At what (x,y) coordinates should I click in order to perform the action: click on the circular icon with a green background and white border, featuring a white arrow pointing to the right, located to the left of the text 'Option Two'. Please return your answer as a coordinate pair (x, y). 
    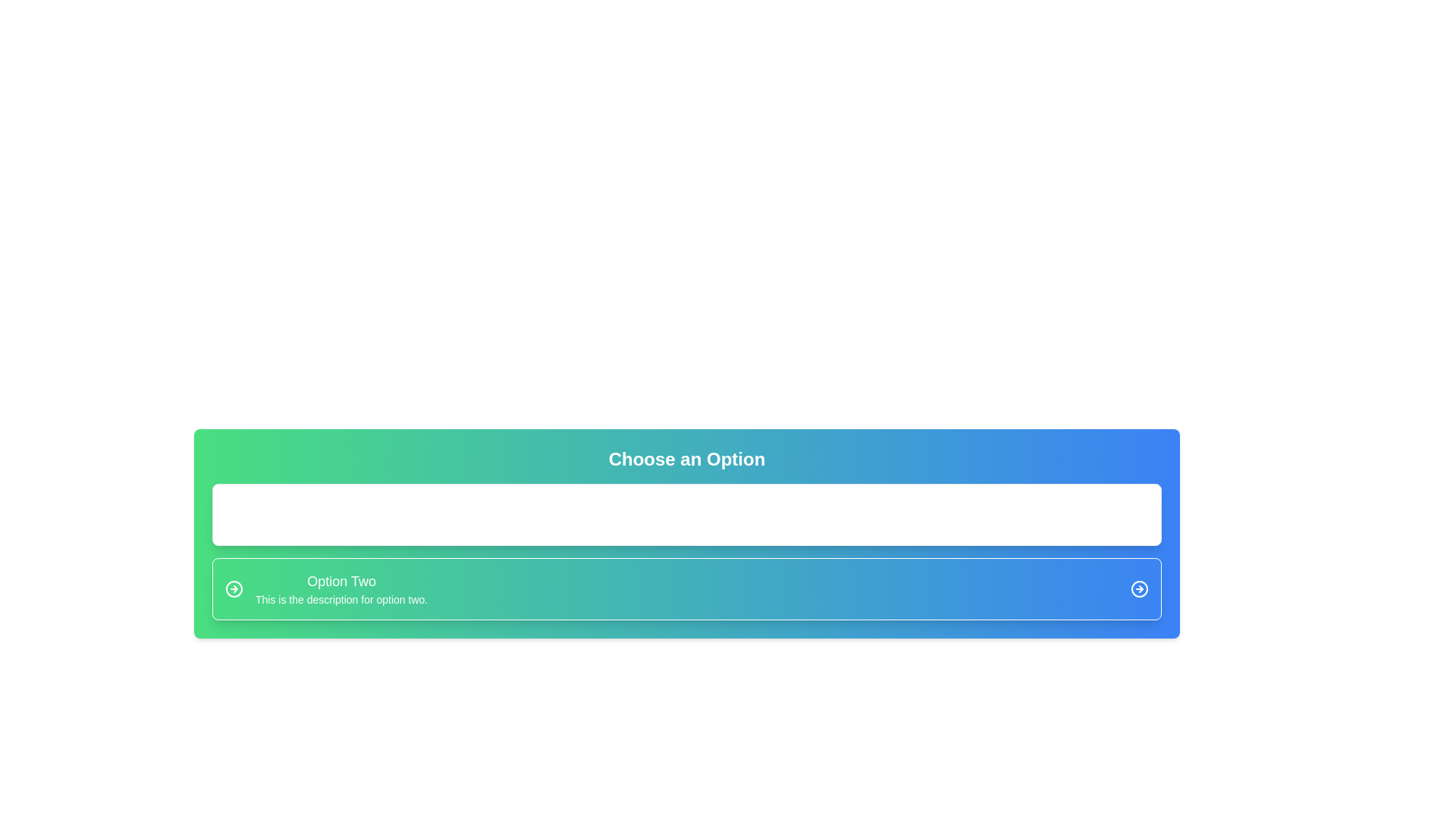
    Looking at the image, I should click on (233, 588).